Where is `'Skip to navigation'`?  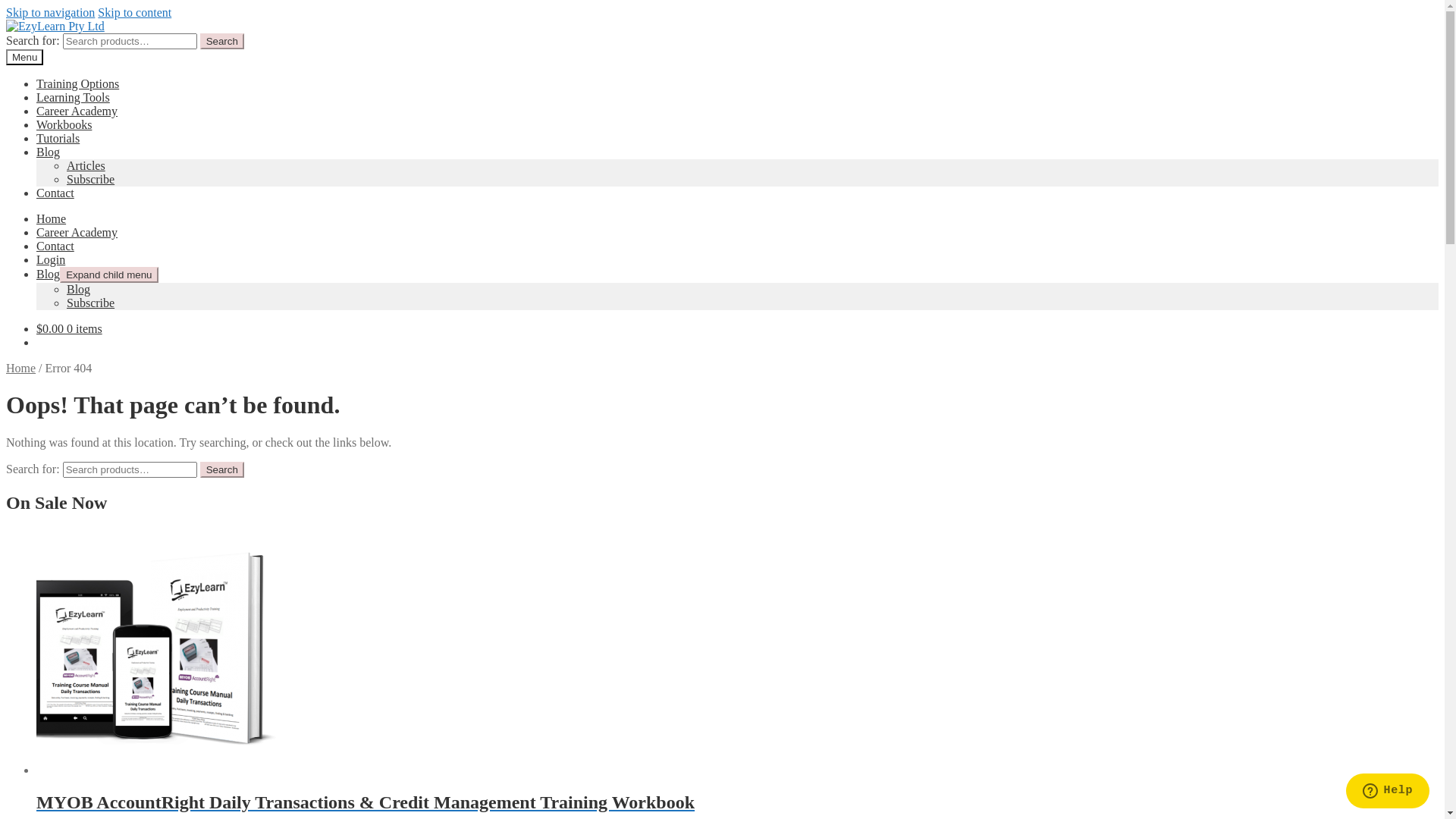 'Skip to navigation' is located at coordinates (50, 12).